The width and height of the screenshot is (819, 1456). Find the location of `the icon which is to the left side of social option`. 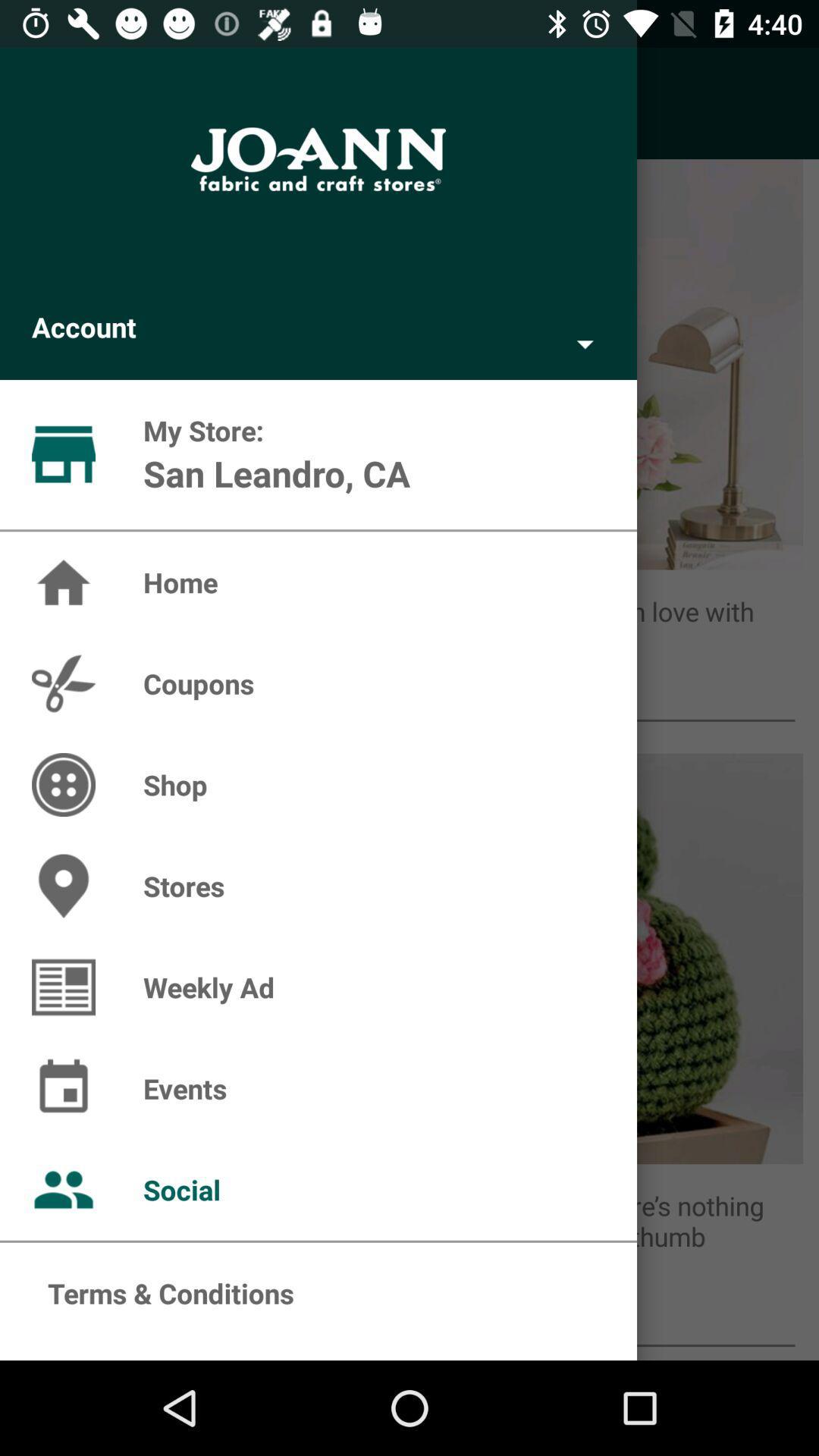

the icon which is to the left side of social option is located at coordinates (63, 1189).